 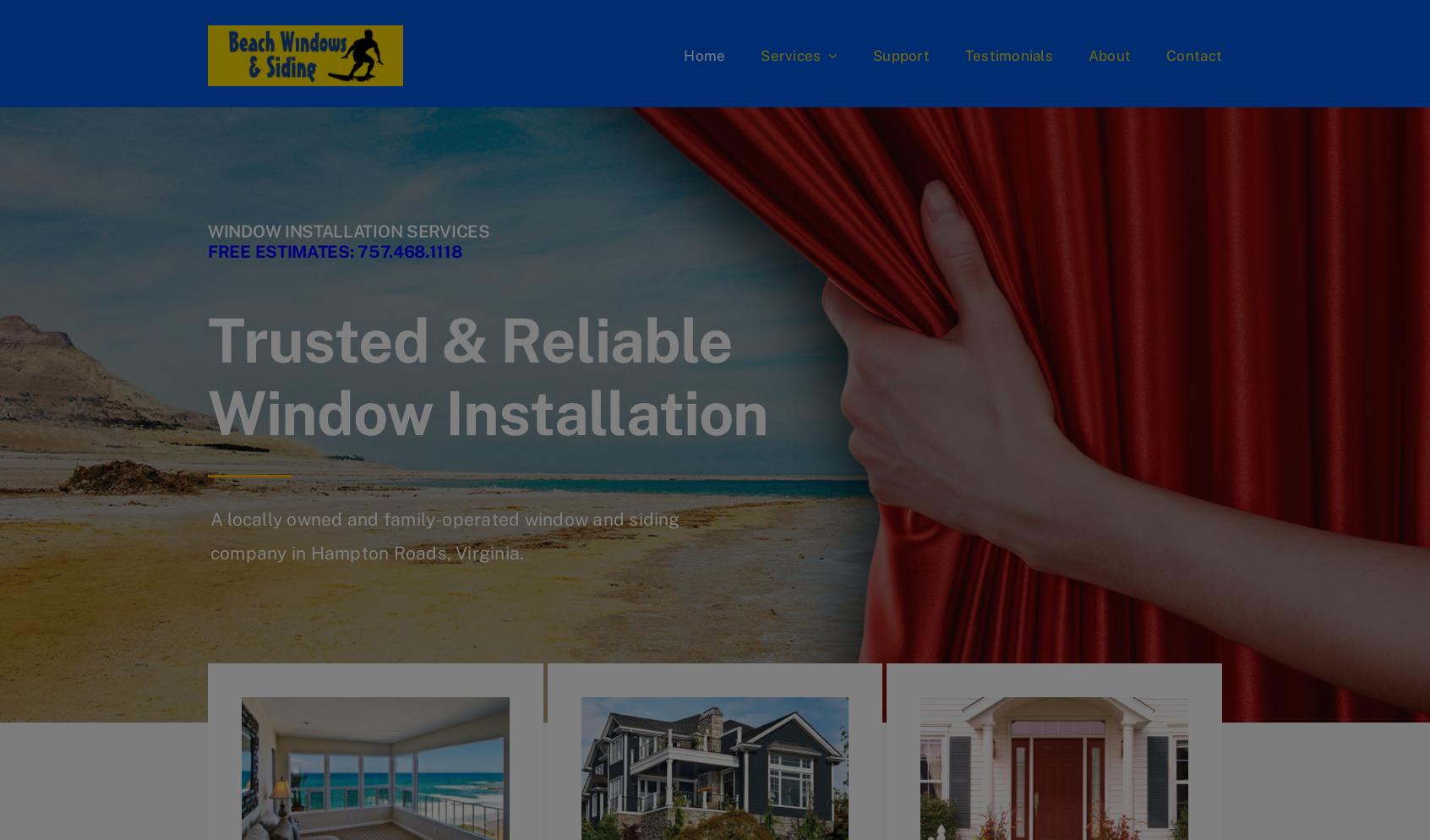 I want to click on 'Support', so click(x=900, y=54).